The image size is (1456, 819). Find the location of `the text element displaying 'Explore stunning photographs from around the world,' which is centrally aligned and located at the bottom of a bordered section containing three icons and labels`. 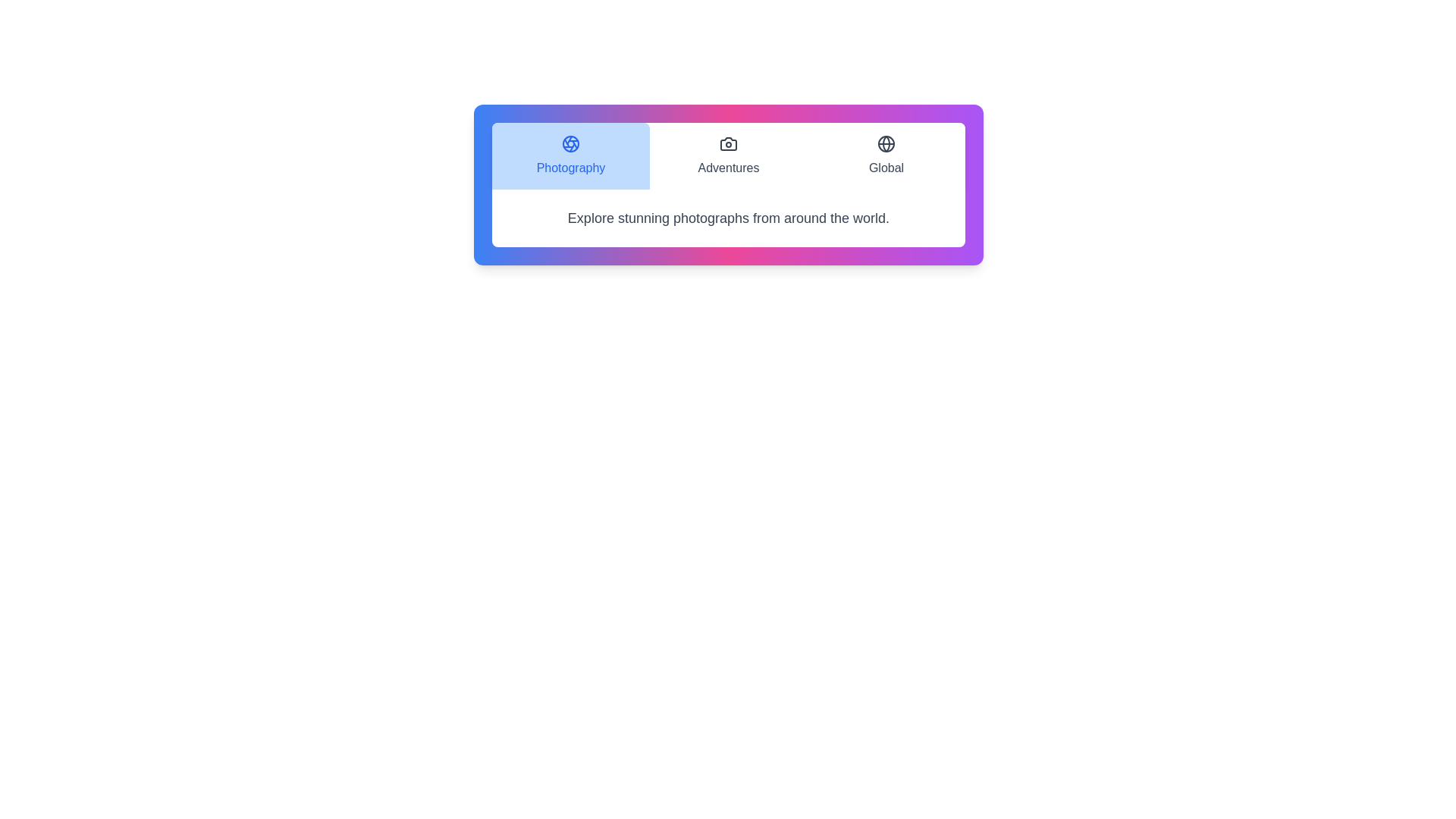

the text element displaying 'Explore stunning photographs from around the world,' which is centrally aligned and located at the bottom of a bordered section containing three icons and labels is located at coordinates (728, 218).